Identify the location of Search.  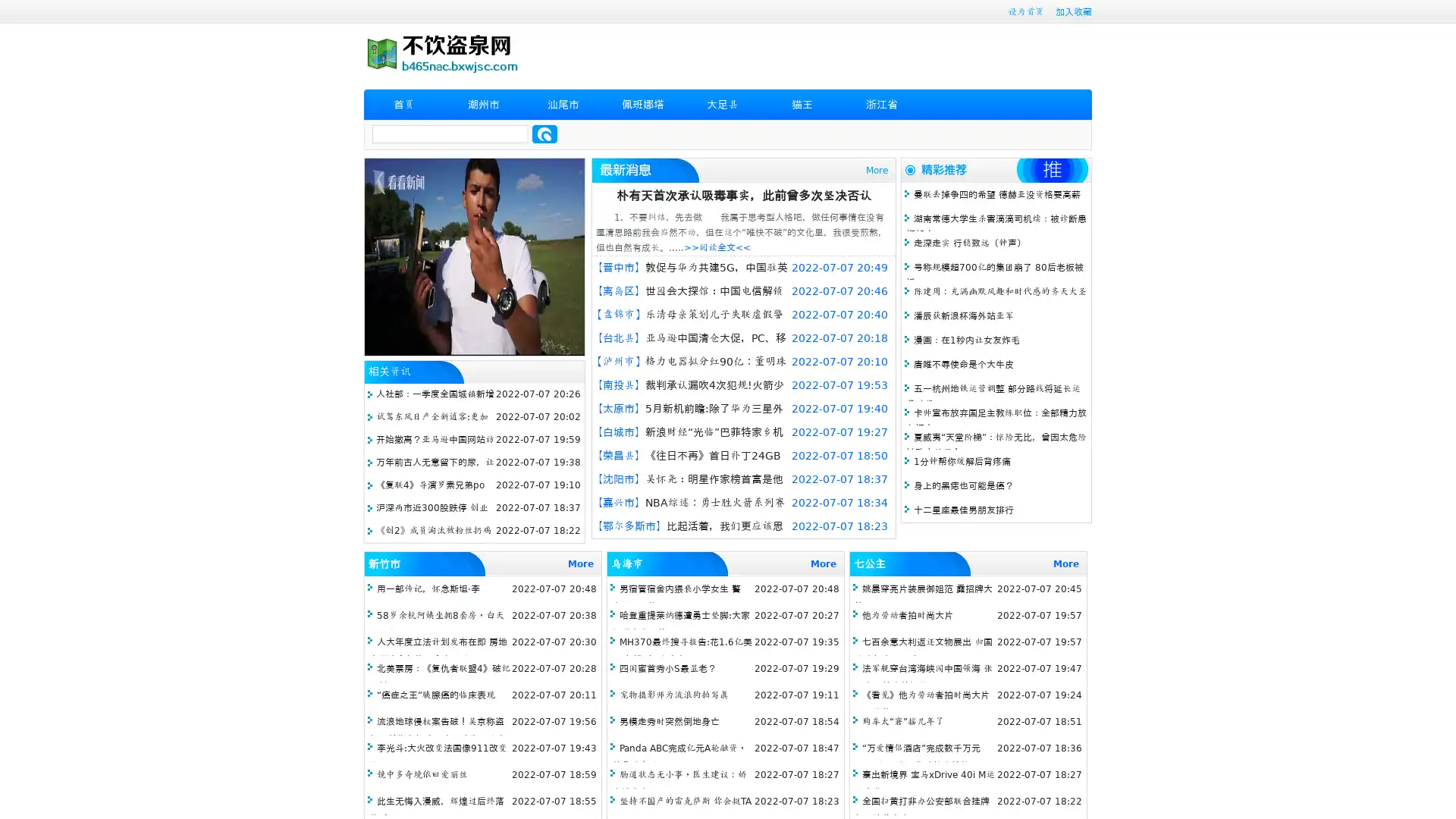
(544, 133).